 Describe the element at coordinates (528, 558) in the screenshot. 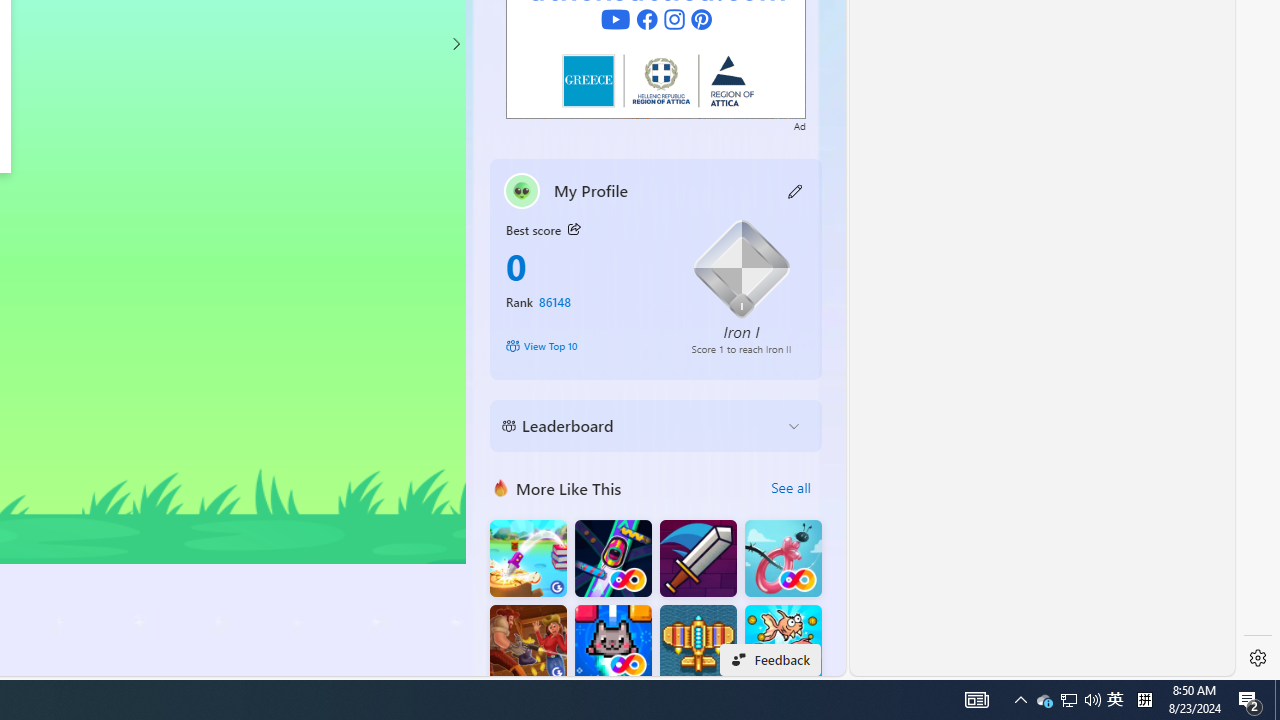

I see `'Knife Flip'` at that location.